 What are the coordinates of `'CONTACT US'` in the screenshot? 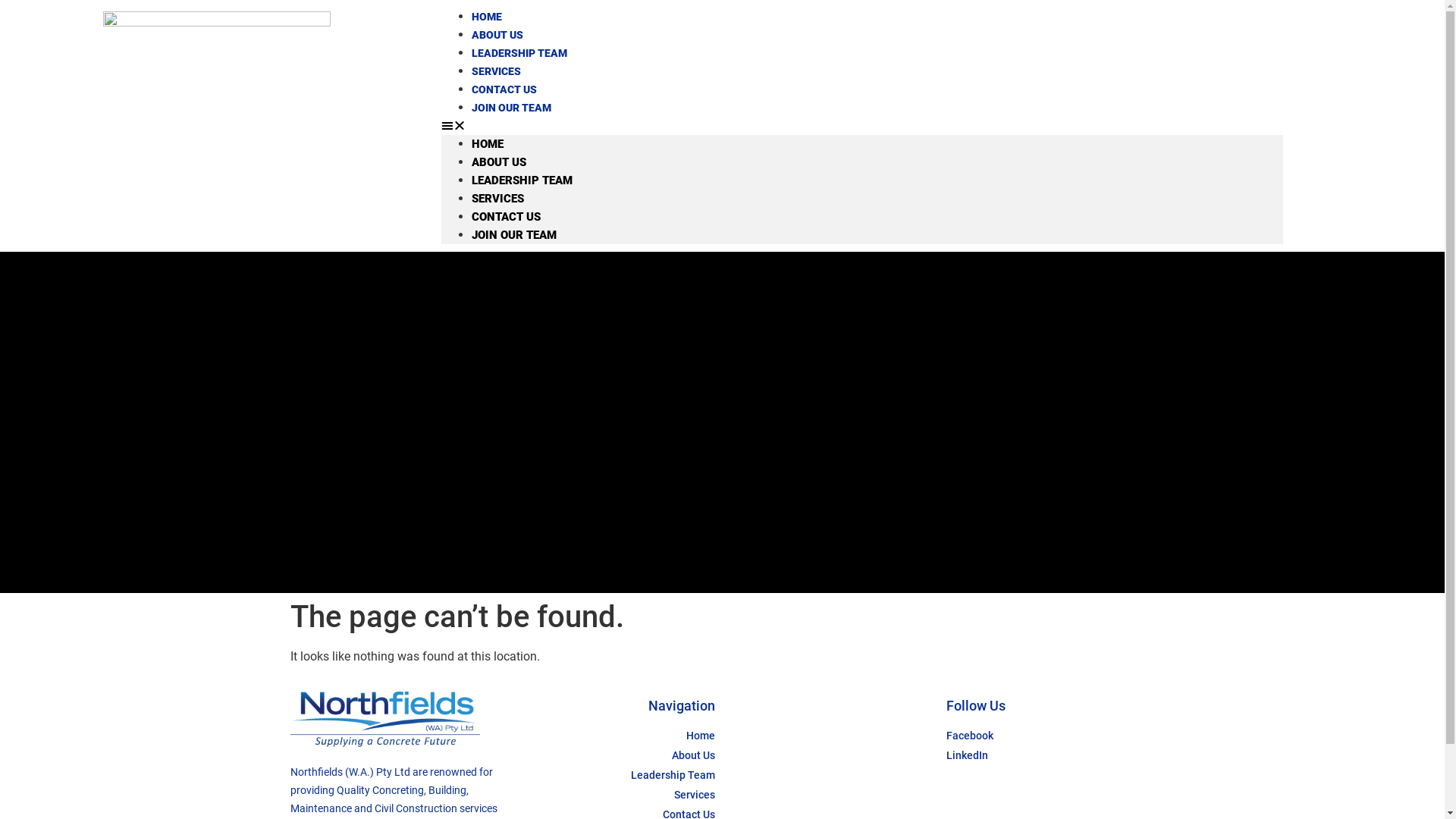 It's located at (504, 89).